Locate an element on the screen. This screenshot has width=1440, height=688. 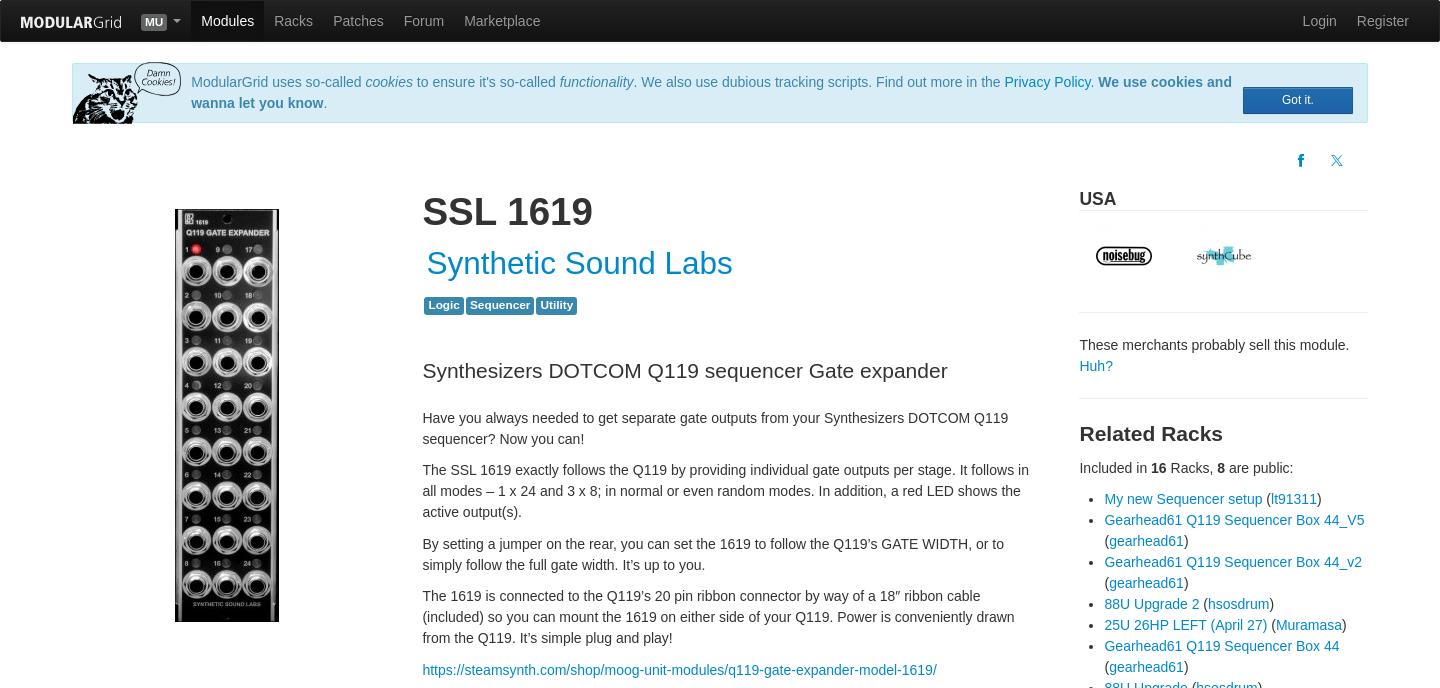
'https://steamsynth.com/shop/moog-unit-modules/q119-gate-expander-model-1619/' is located at coordinates (678, 668).